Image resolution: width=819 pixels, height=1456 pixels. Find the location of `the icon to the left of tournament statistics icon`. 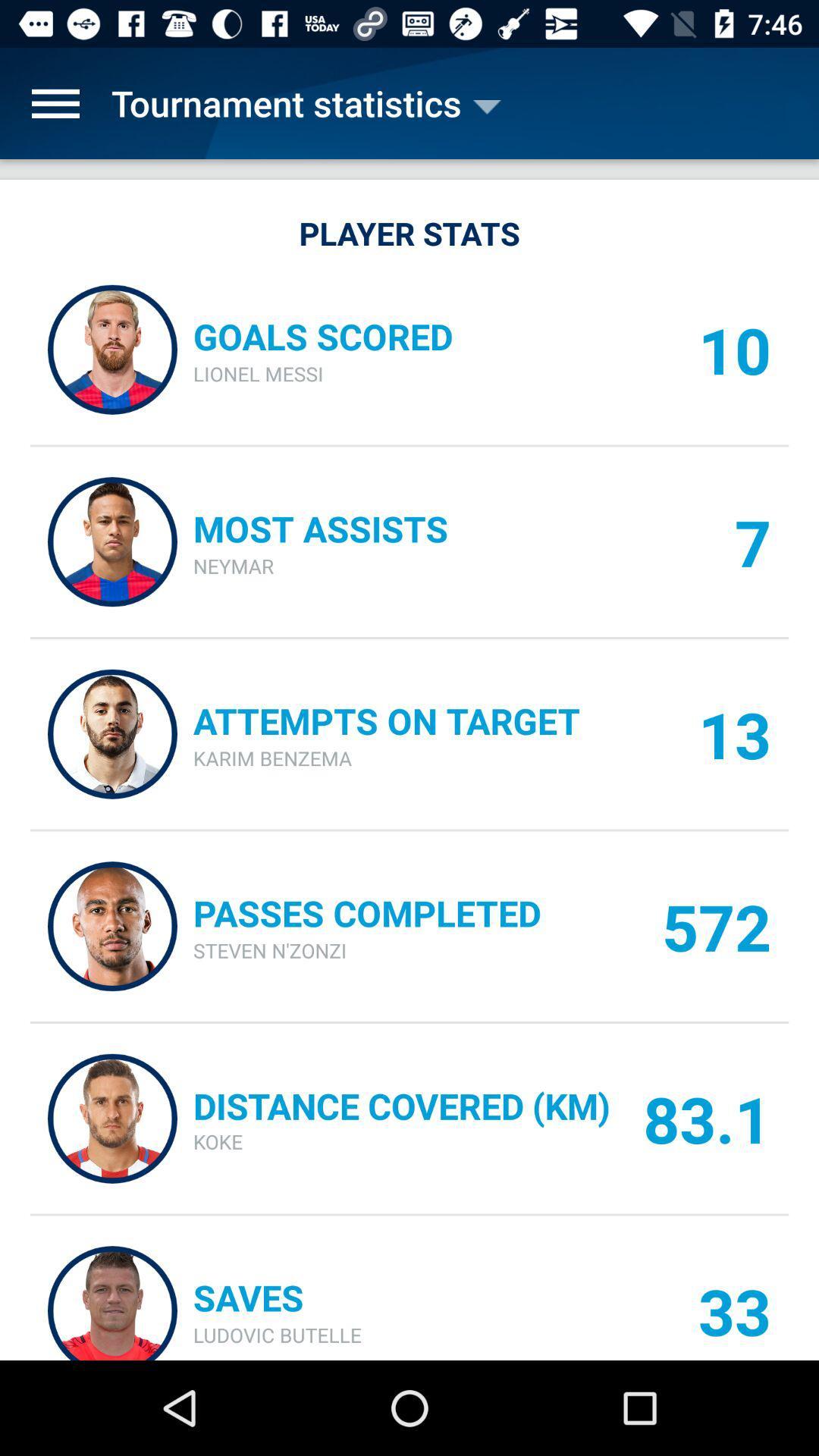

the icon to the left of tournament statistics icon is located at coordinates (55, 102).